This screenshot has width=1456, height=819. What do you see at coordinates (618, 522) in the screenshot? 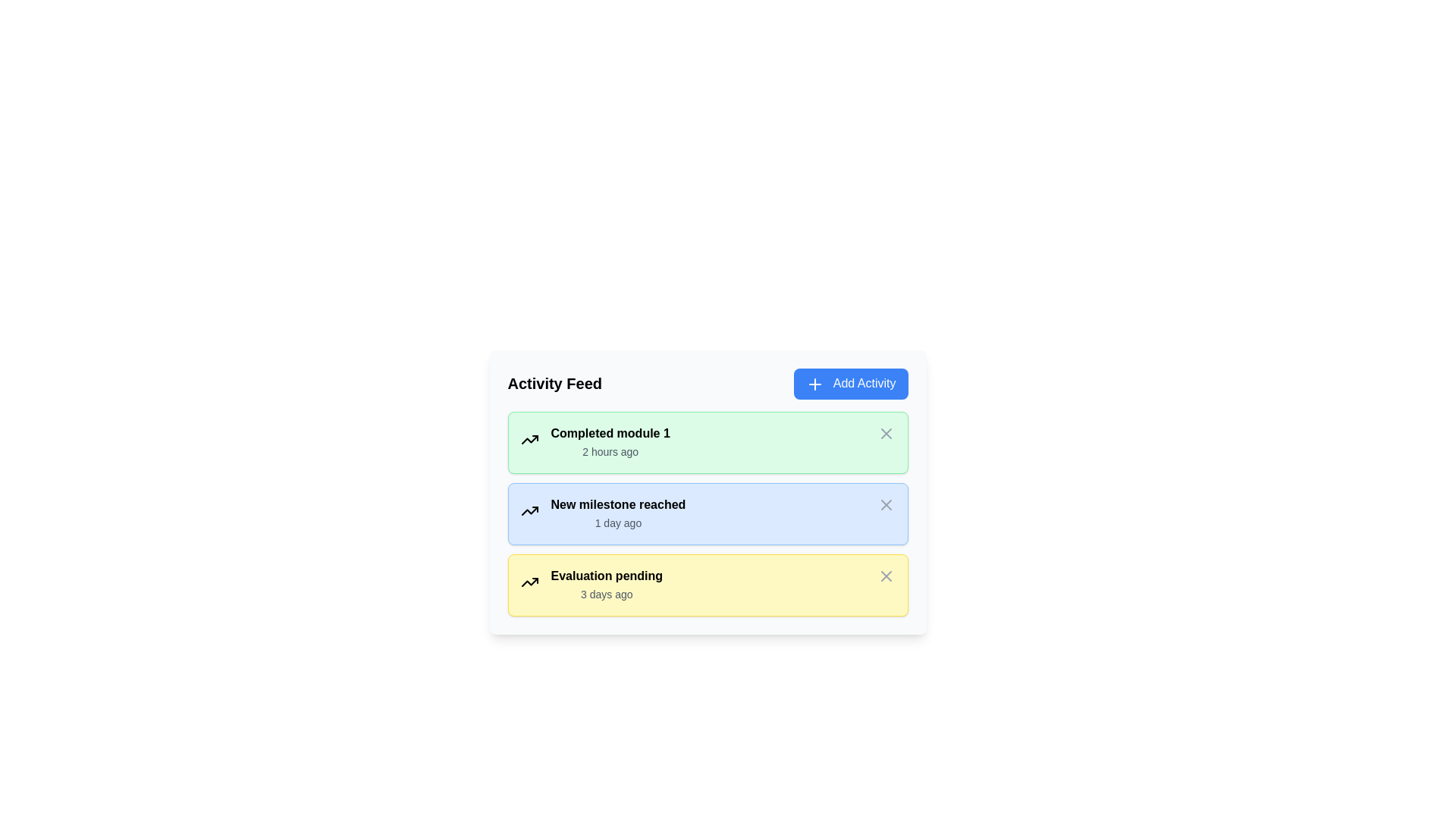
I see `the static text element that displays the timestamp, located on the right-hand side beneath the 'New milestone reached' text in the second activity feed card` at bounding box center [618, 522].